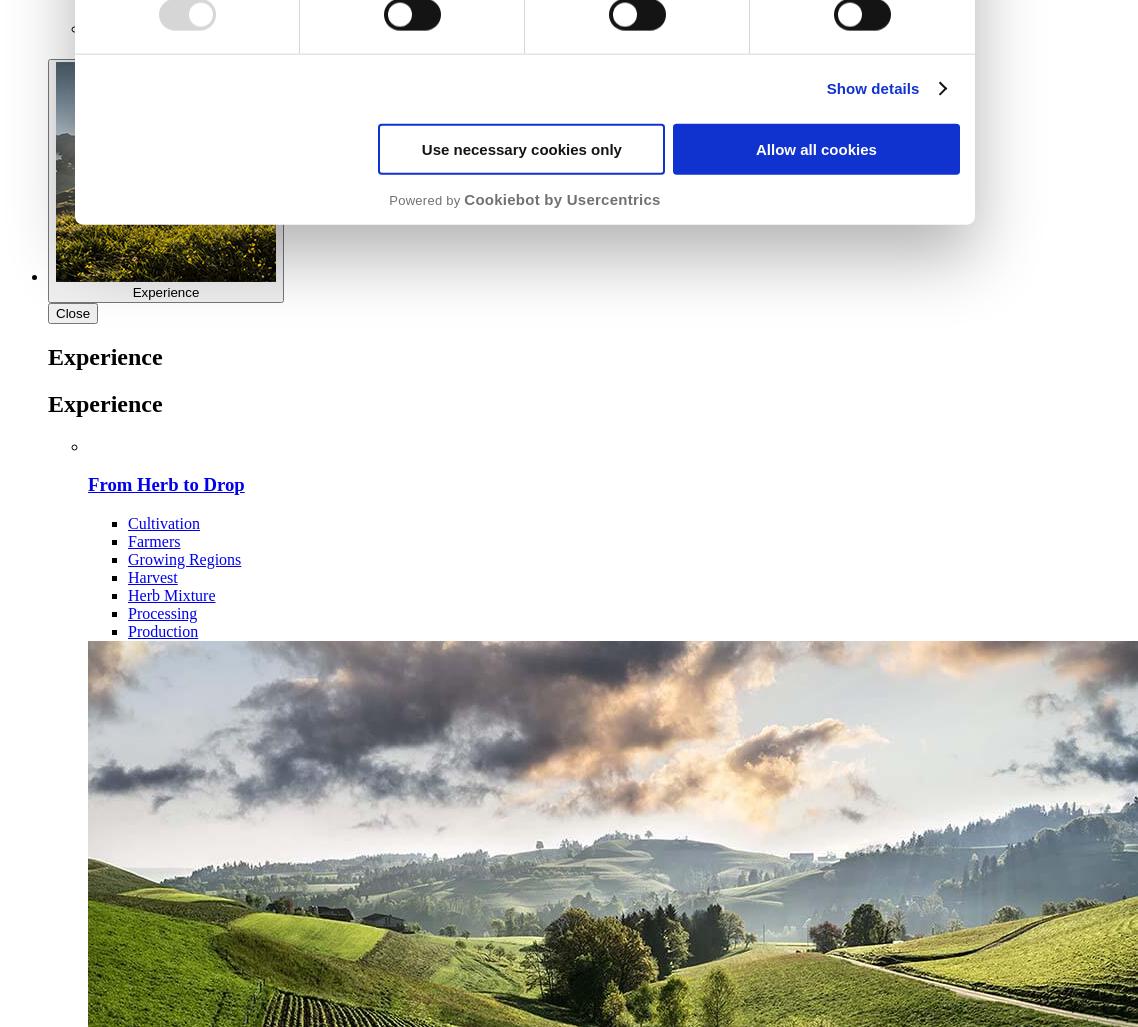 Image resolution: width=1138 pixels, height=1027 pixels. What do you see at coordinates (162, 630) in the screenshot?
I see `'Production'` at bounding box center [162, 630].